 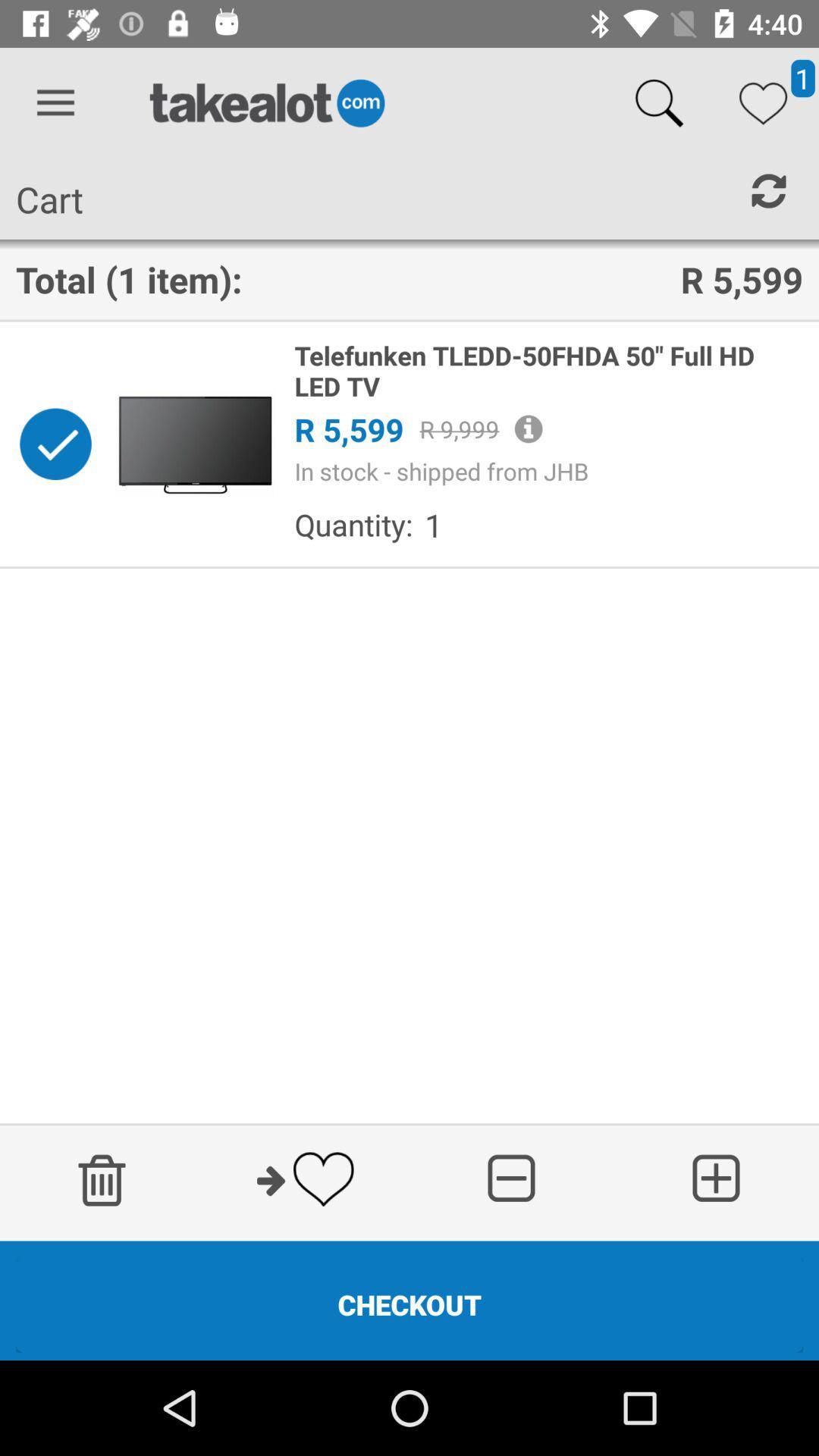 I want to click on icon next to the 1, so click(x=353, y=524).